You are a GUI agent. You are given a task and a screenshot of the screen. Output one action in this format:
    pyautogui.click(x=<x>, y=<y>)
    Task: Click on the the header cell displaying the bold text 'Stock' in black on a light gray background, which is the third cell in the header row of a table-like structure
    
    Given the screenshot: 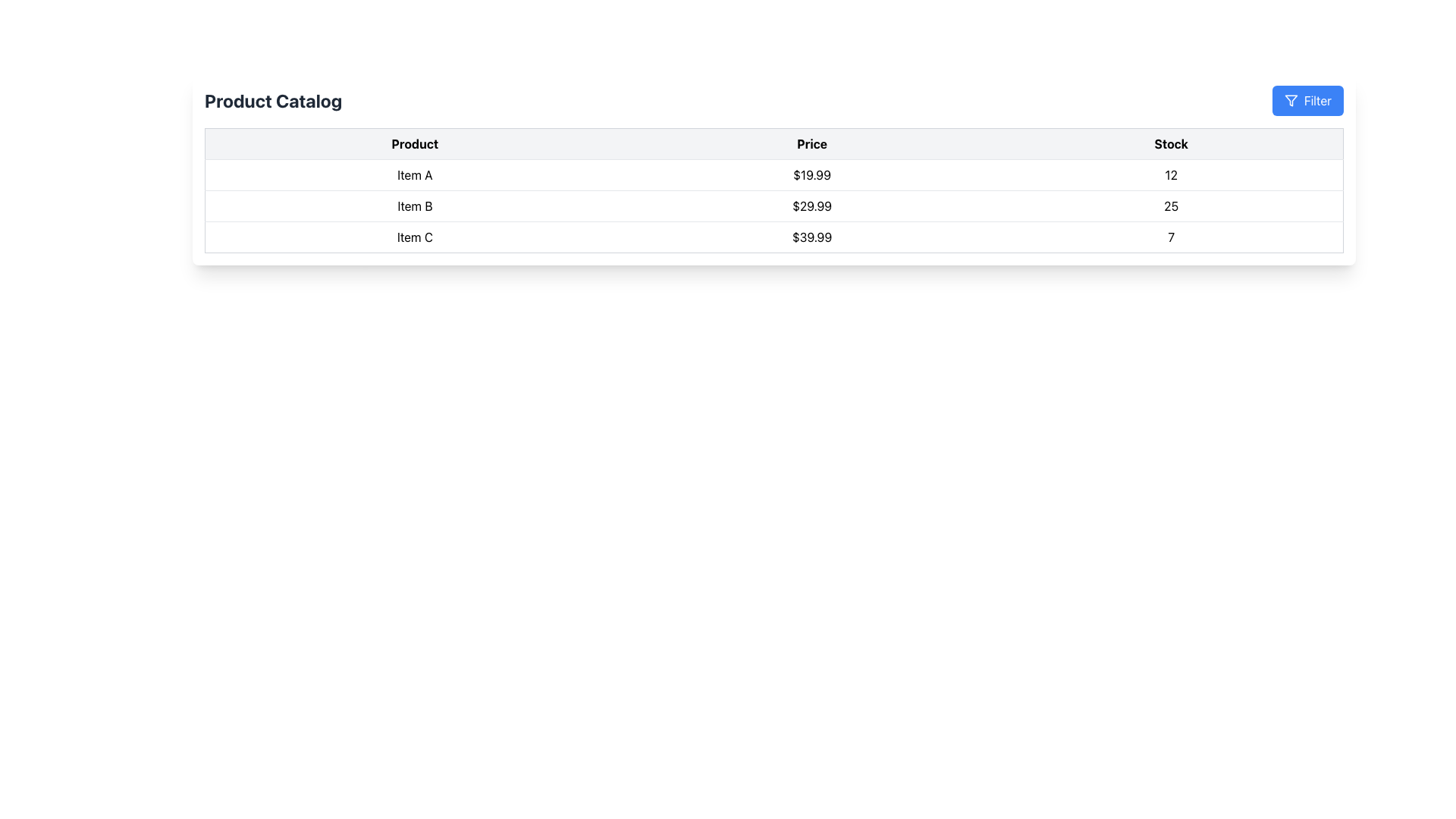 What is the action you would take?
    pyautogui.click(x=1171, y=143)
    